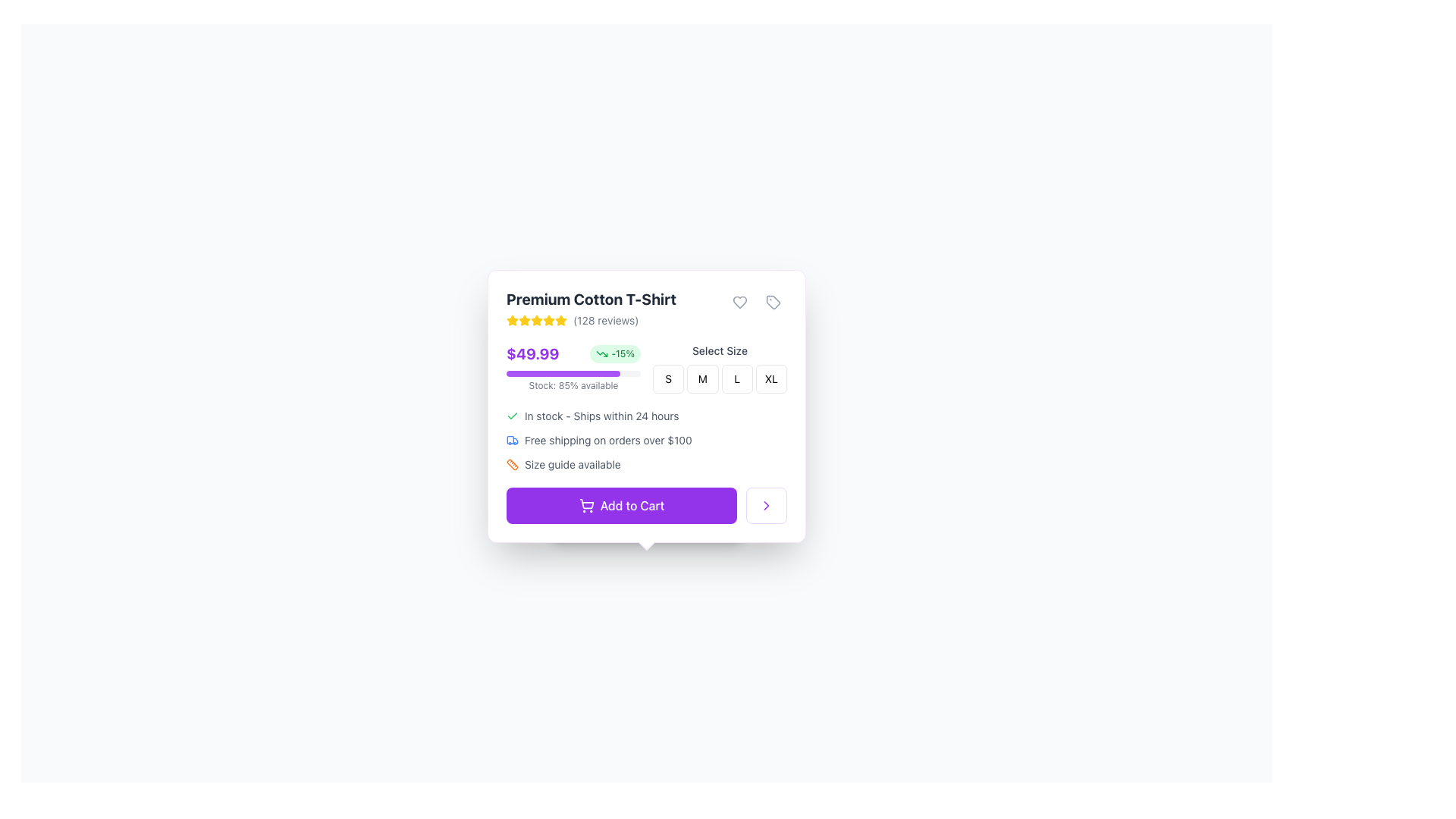  I want to click on the 'Premium Cotton T-Shirt(128 reviews)' header, so click(647, 308).